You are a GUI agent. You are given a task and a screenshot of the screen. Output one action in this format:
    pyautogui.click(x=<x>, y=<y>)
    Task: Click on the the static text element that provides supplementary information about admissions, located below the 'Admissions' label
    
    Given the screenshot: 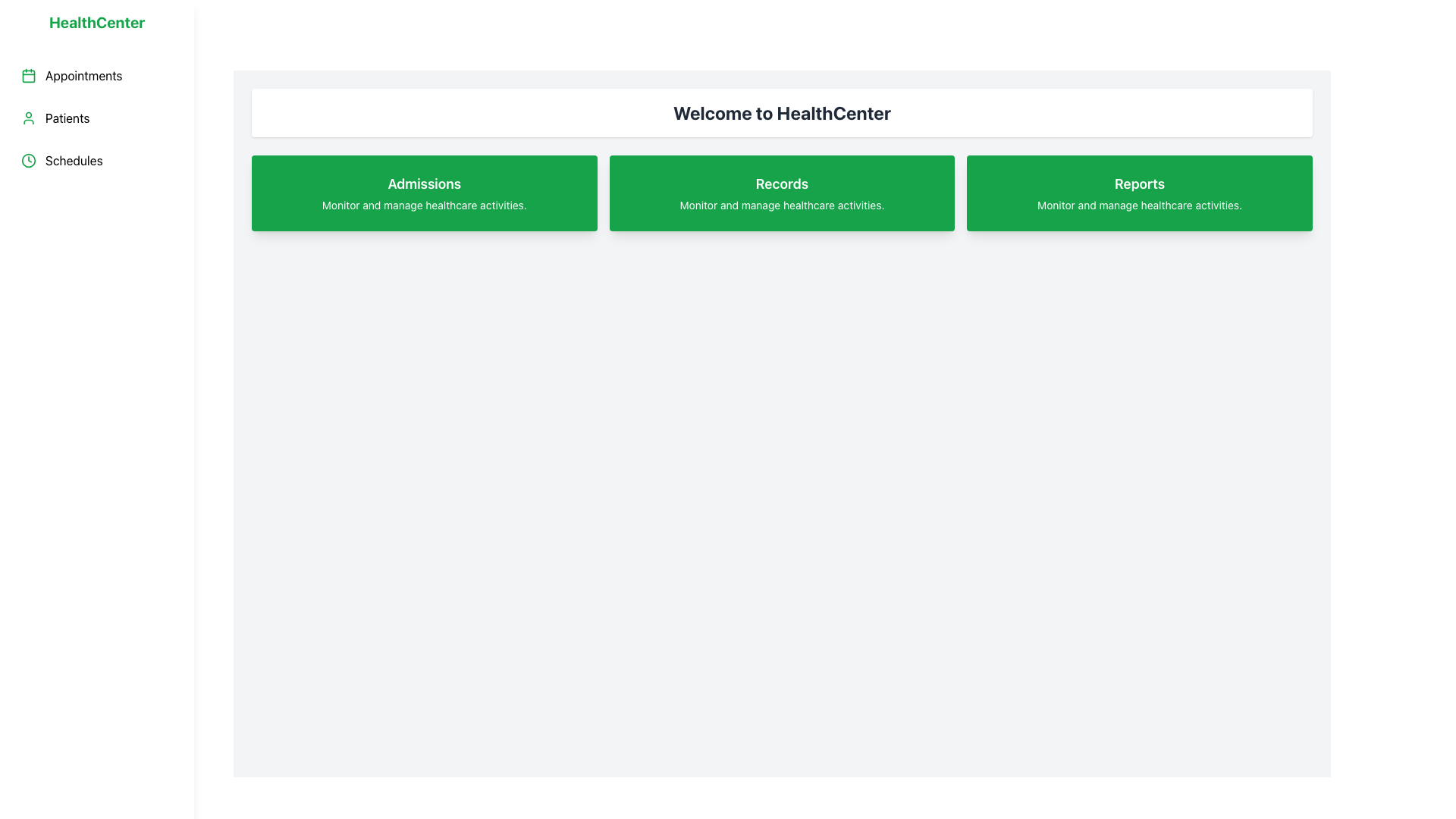 What is the action you would take?
    pyautogui.click(x=424, y=205)
    